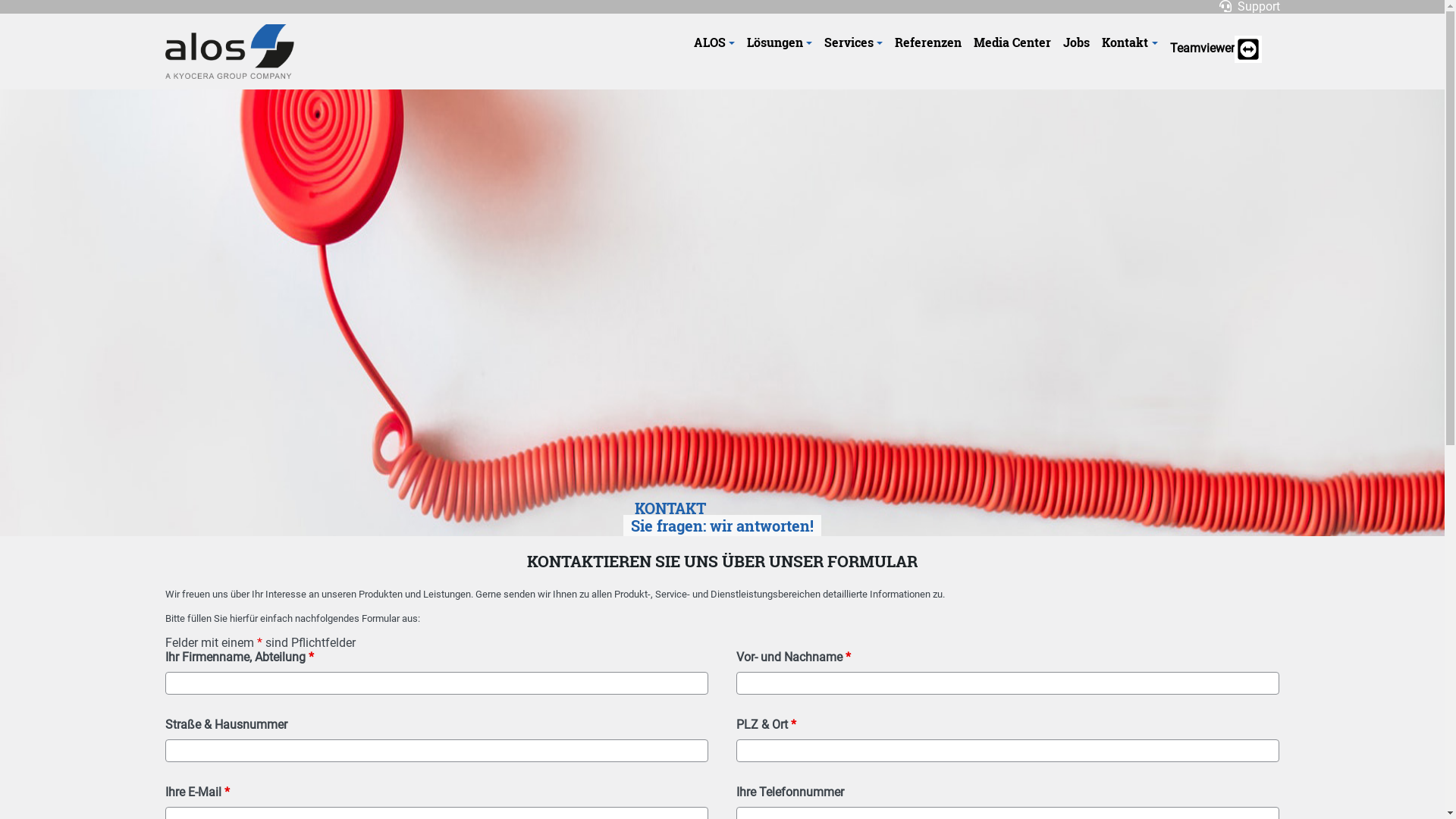 Image resolution: width=1456 pixels, height=819 pixels. Describe the element at coordinates (1215, 49) in the screenshot. I see `'Teamviewer'` at that location.